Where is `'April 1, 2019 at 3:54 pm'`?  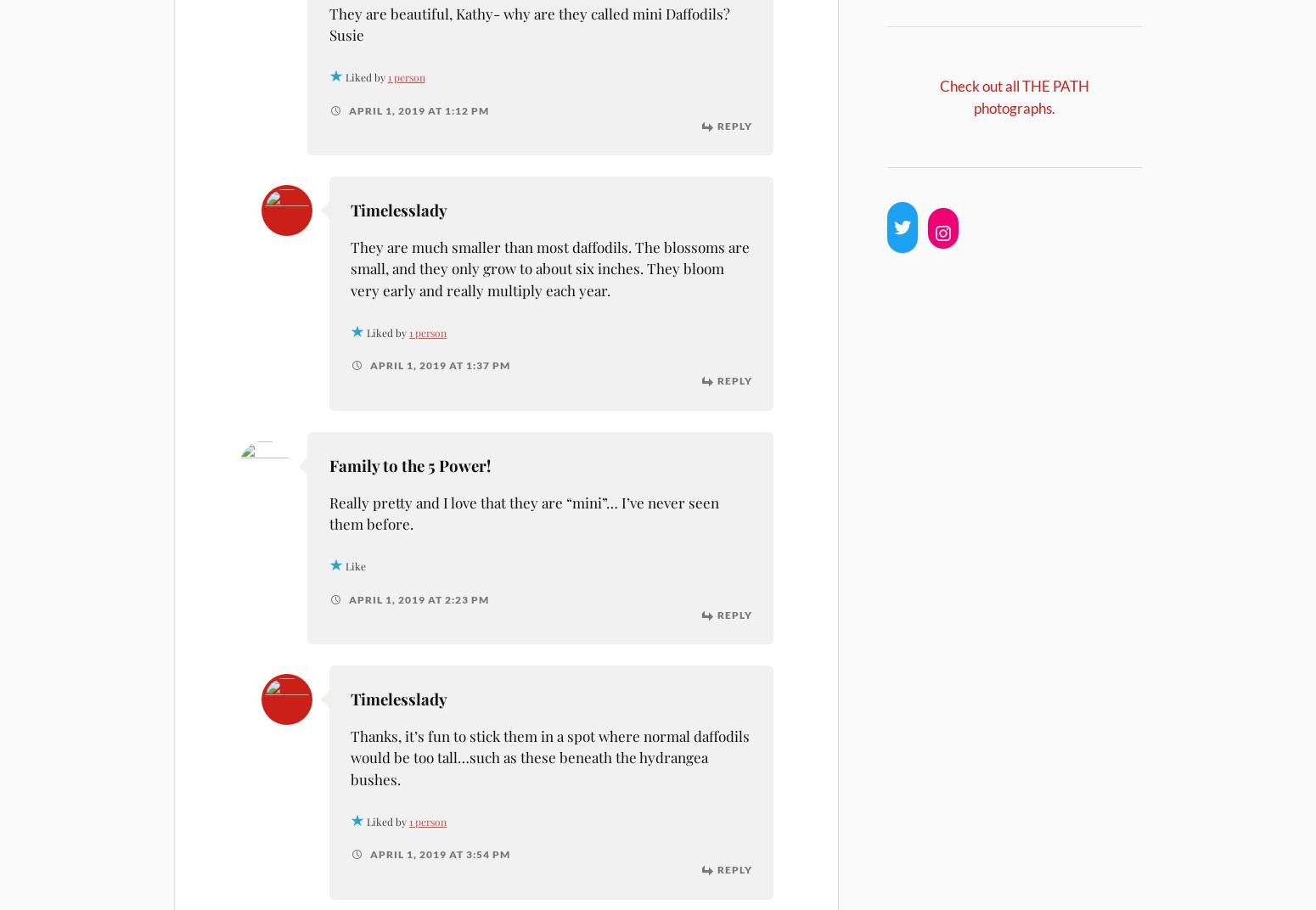 'April 1, 2019 at 3:54 pm' is located at coordinates (437, 854).